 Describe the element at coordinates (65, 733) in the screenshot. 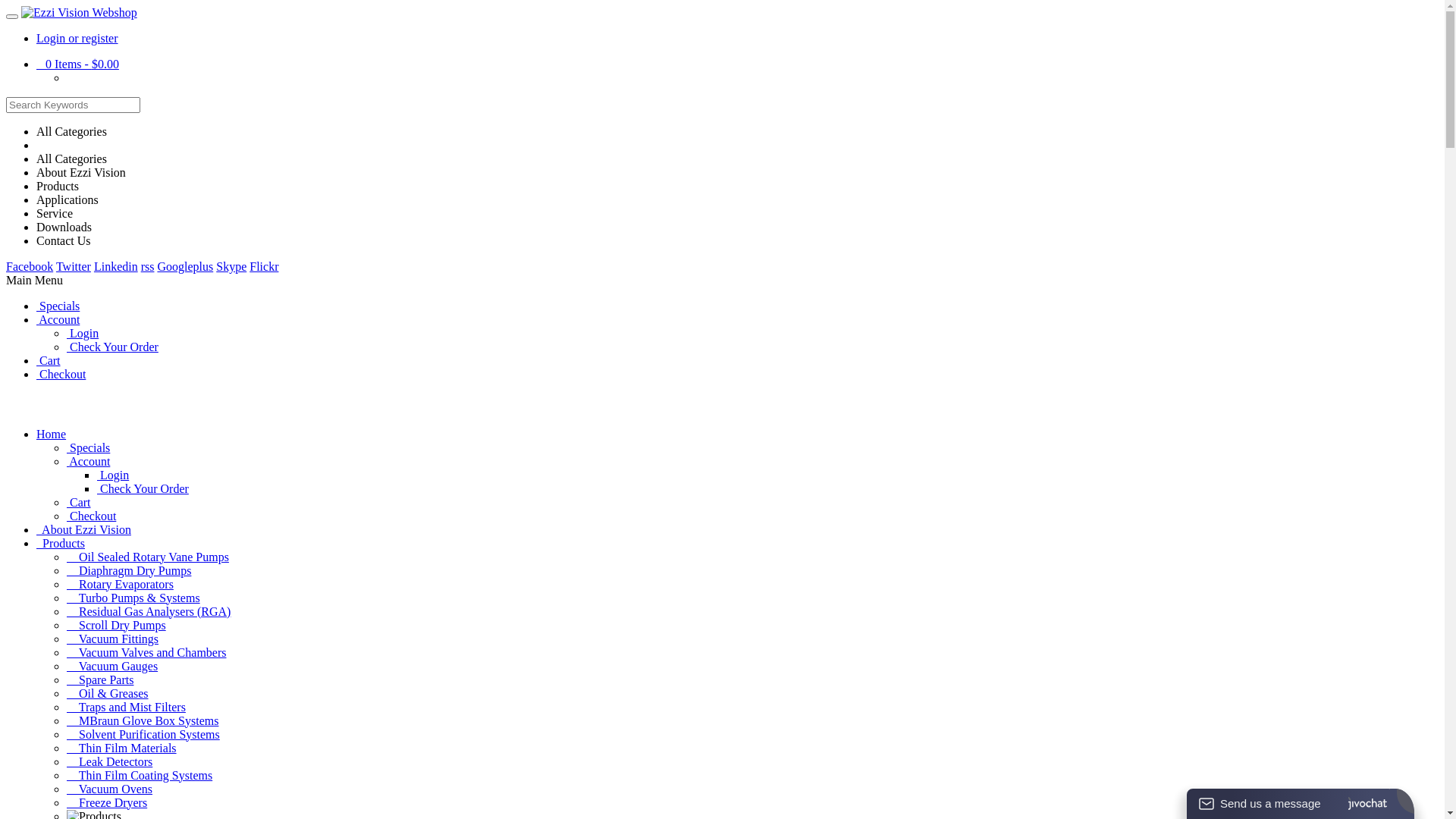

I see `'    Solvent Purification Systems'` at that location.